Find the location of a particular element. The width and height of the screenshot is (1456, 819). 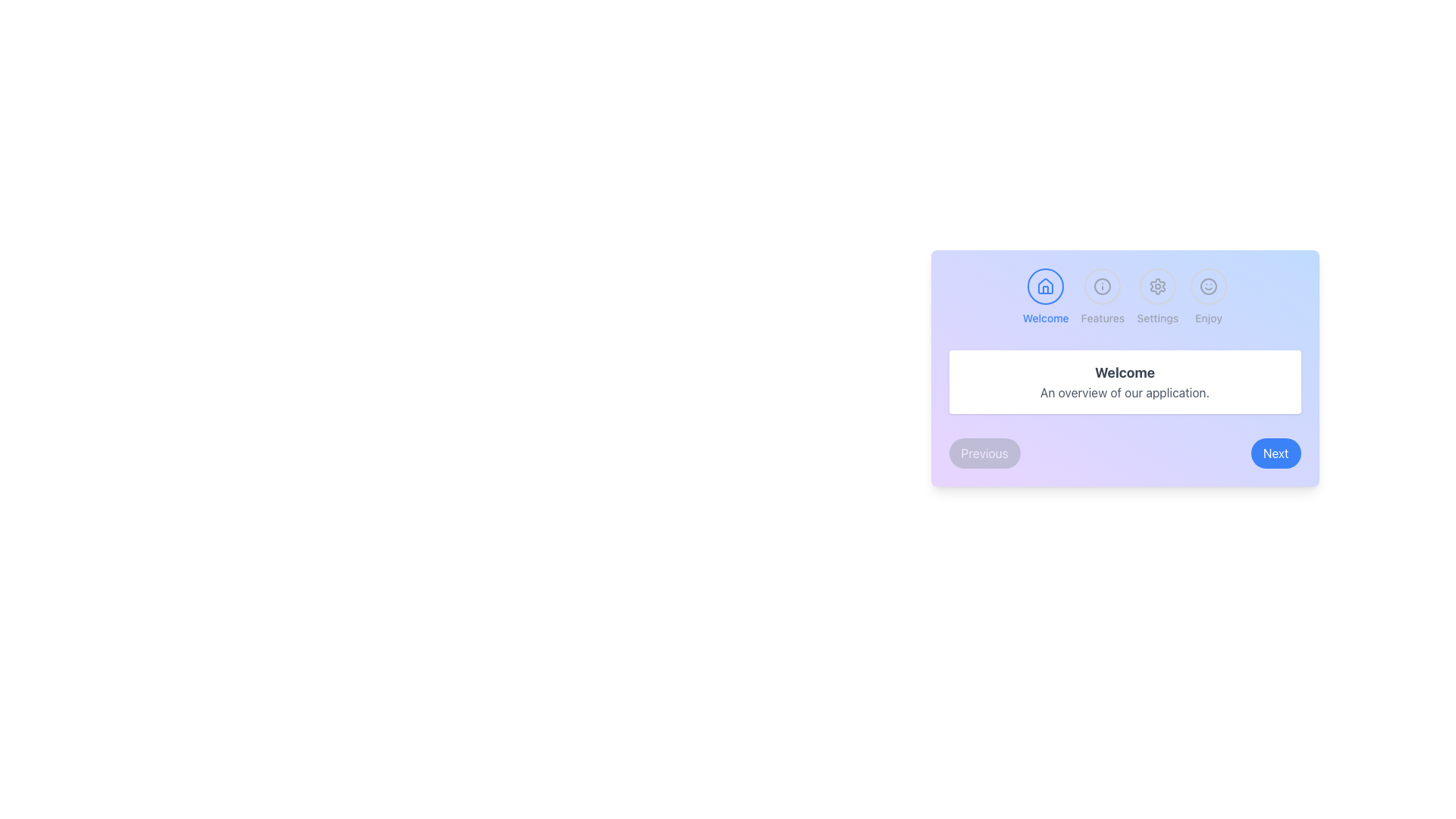

the Circular Icon Button located above the text 'Features' is located at coordinates (1103, 287).